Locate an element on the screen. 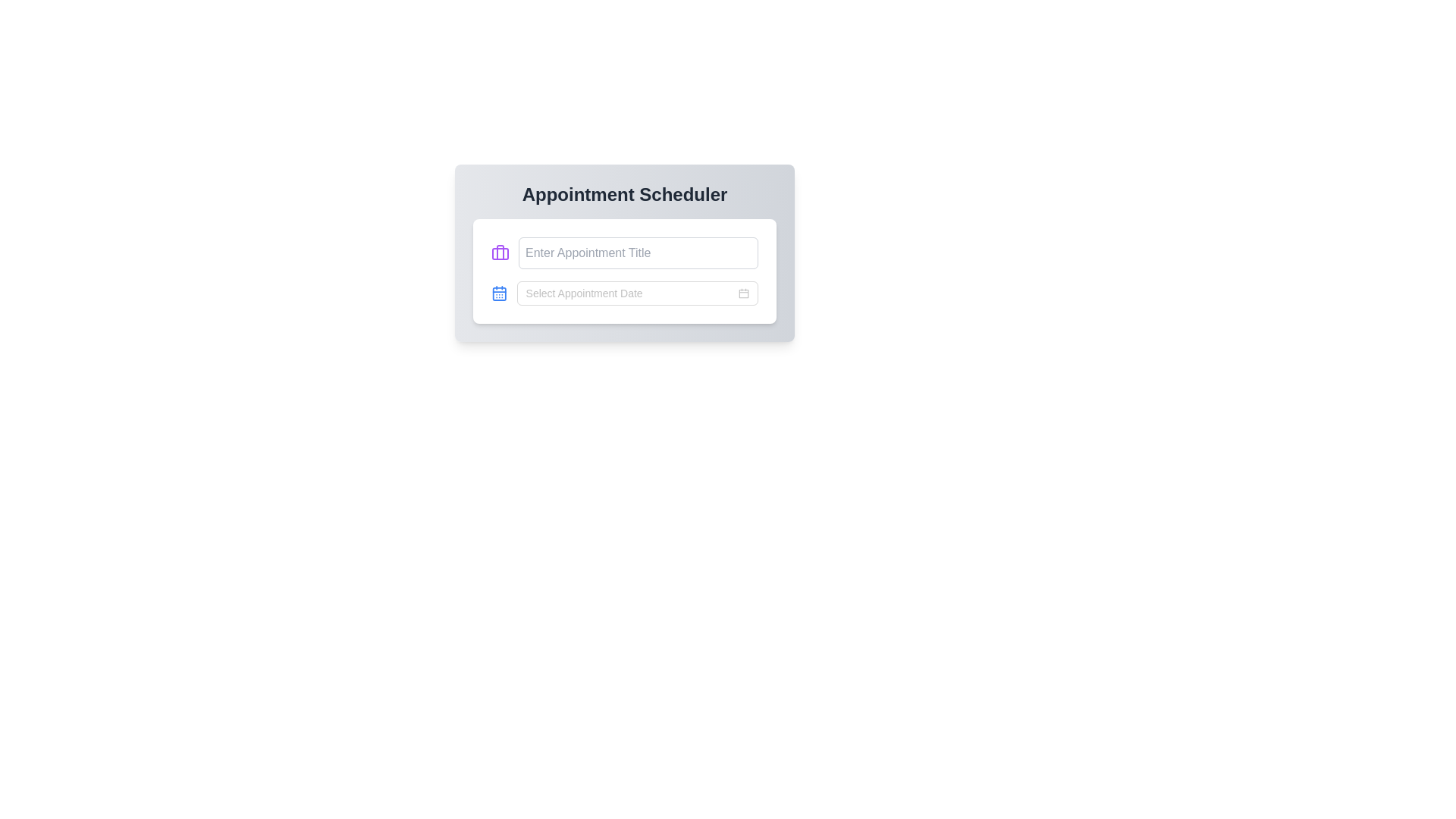 Image resolution: width=1456 pixels, height=819 pixels. the date input field for appointment selection located below the 'Enter Appointment Title' field in the 'Appointment Scheduler' section to focus on it is located at coordinates (630, 293).